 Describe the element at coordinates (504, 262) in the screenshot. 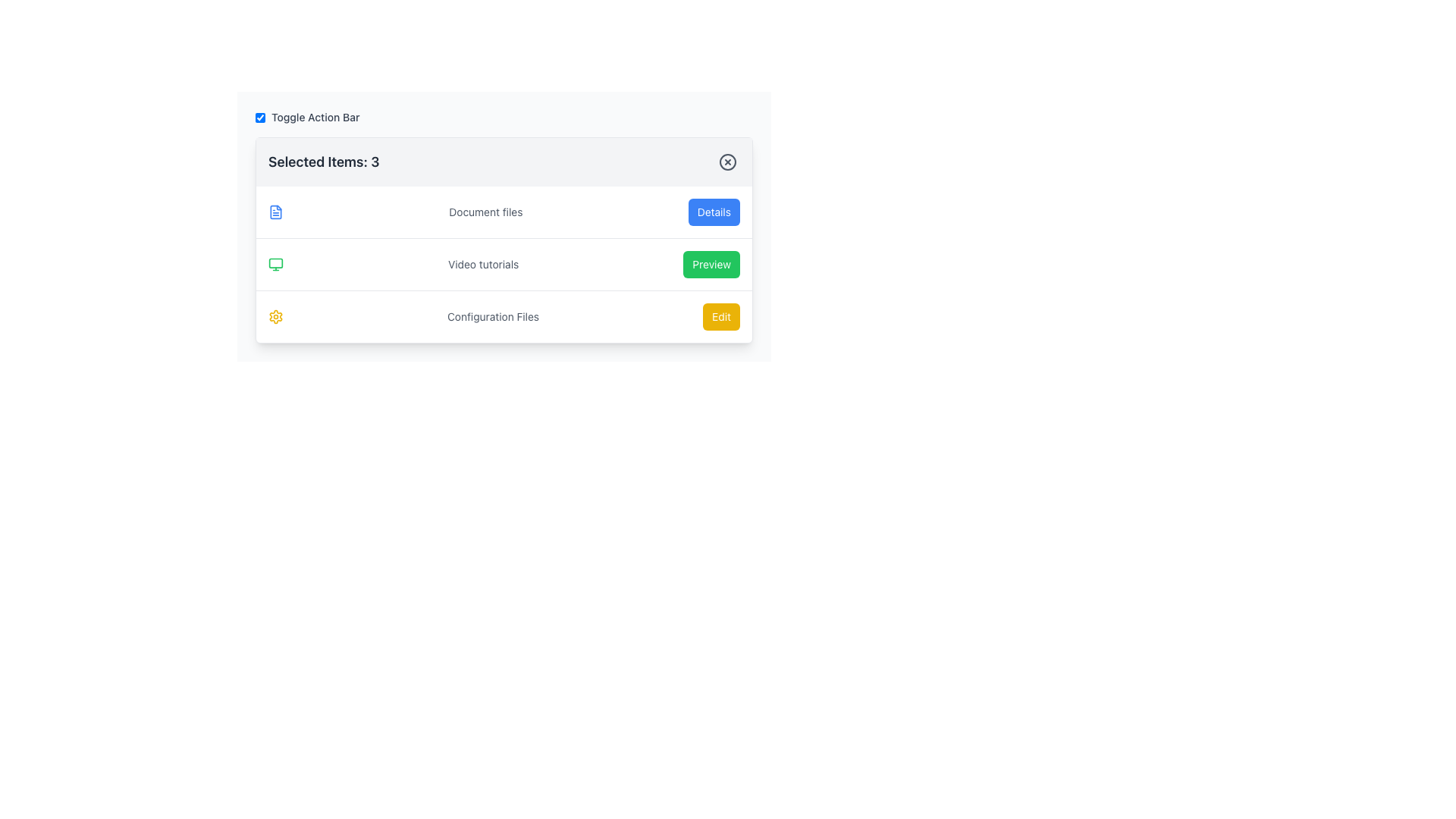

I see `the 'Video tutorials' label by clicking on the second row component that includes an icon, a label, and a 'Preview' button` at that location.